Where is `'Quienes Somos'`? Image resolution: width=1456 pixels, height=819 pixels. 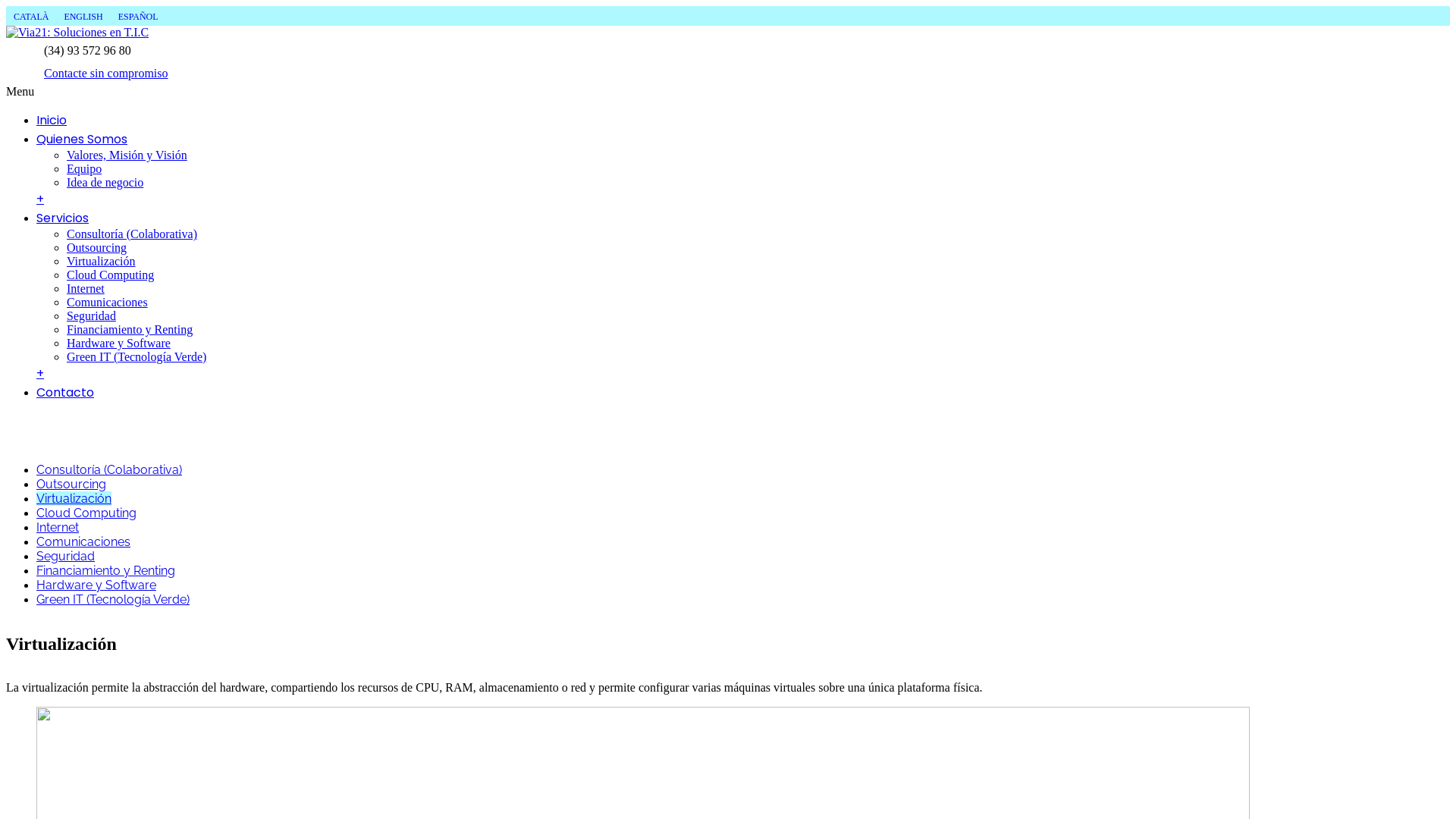 'Quienes Somos' is located at coordinates (80, 139).